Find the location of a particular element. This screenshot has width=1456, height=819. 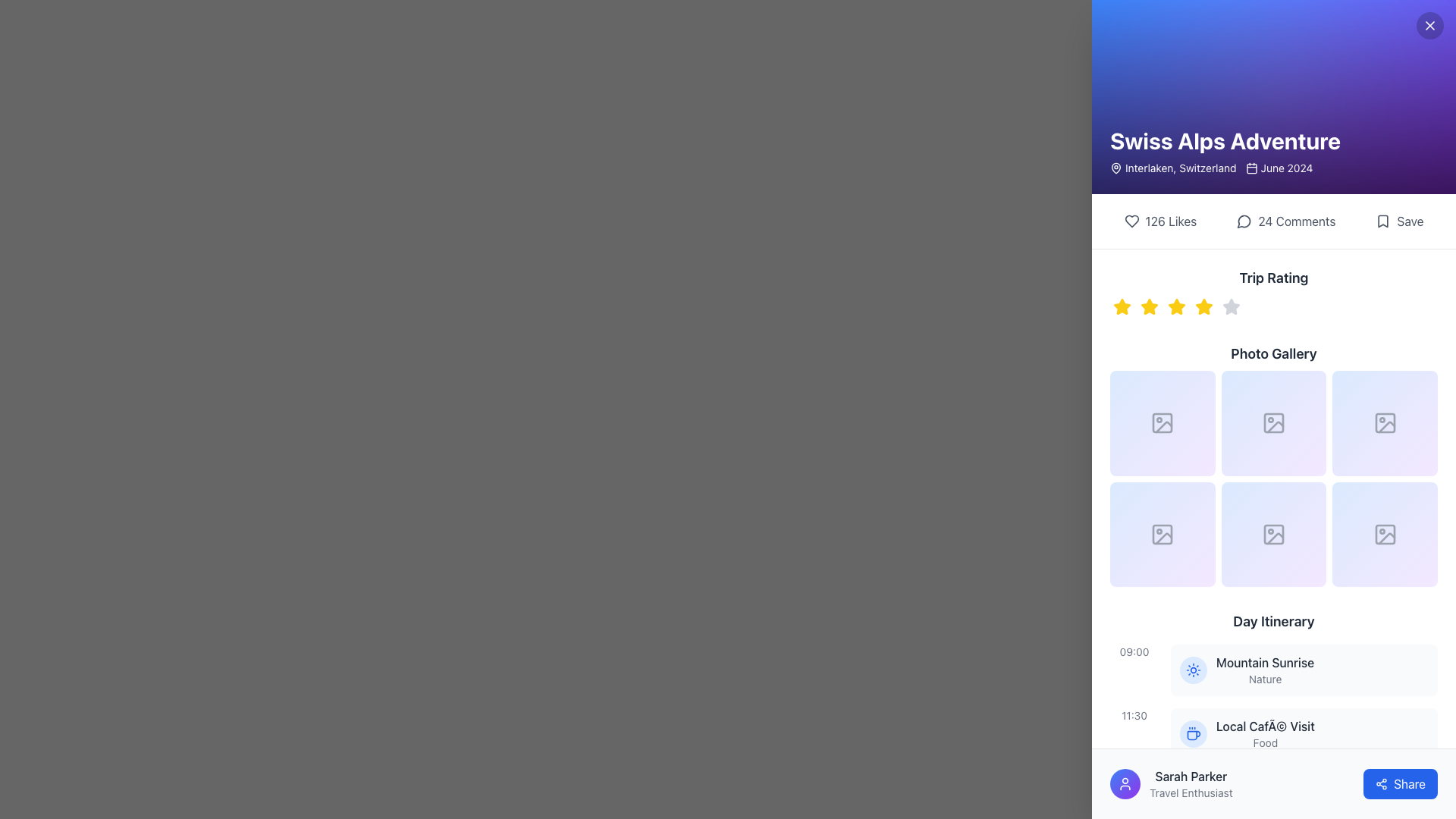

the blue 'Share' button located at the bottom-right of the user interface to initiate sharing is located at coordinates (1400, 783).